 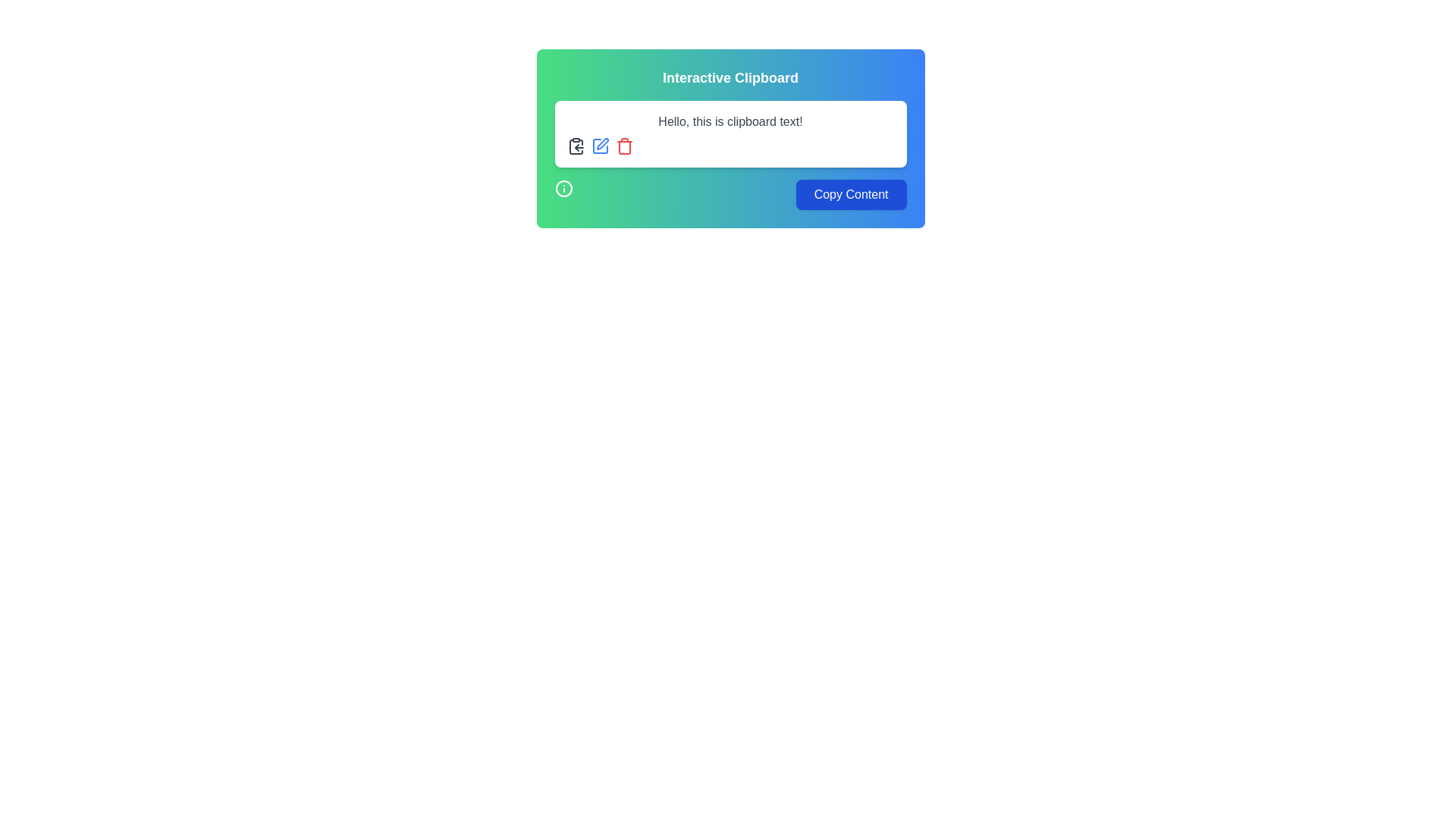 What do you see at coordinates (599, 146) in the screenshot?
I see `the blue pen icon button, which is the second icon from the left in the horizontal group above the text 'Hello, this is clipboard text!', to initiate edit mode` at bounding box center [599, 146].